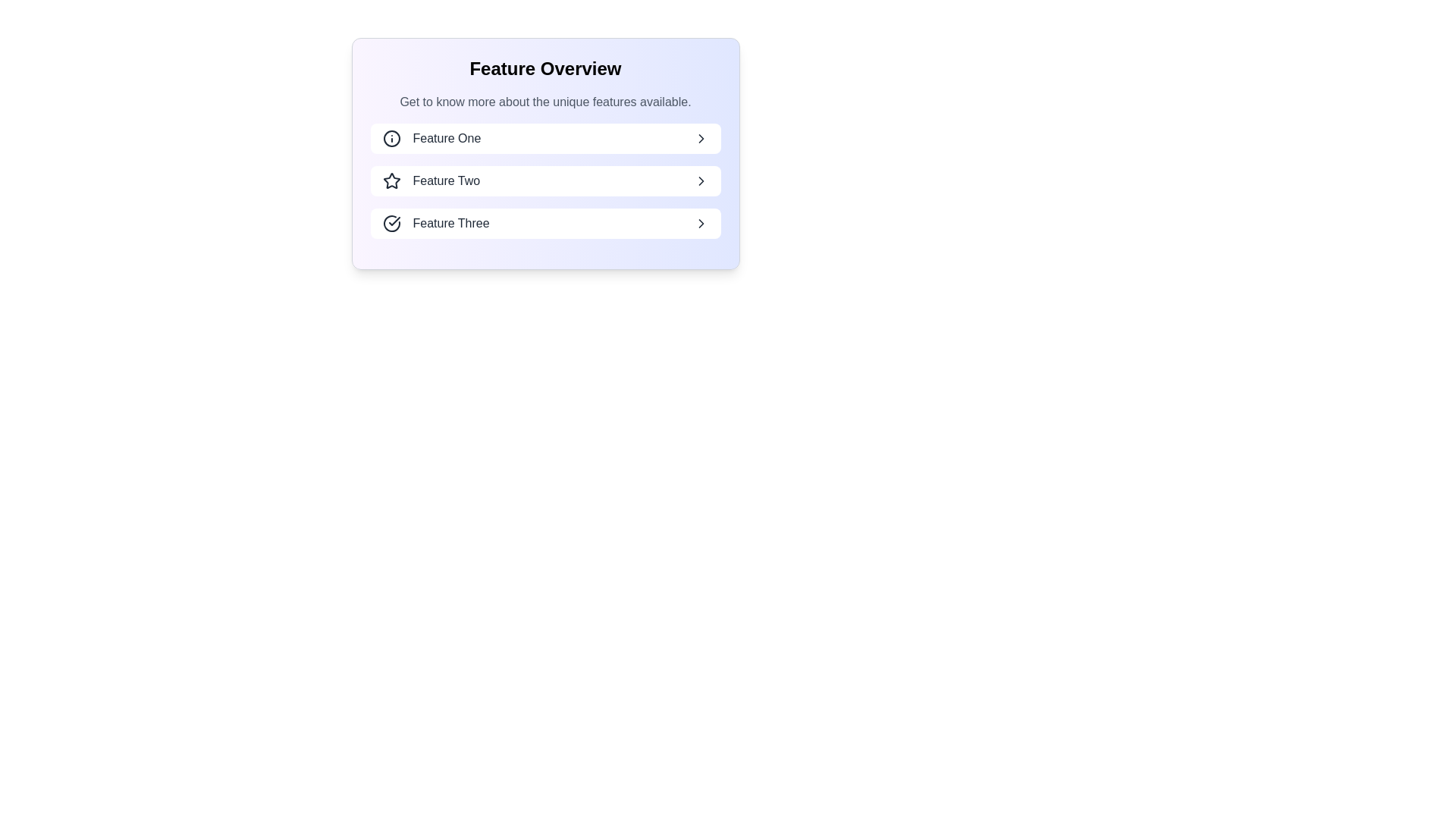 Image resolution: width=1456 pixels, height=819 pixels. Describe the element at coordinates (391, 180) in the screenshot. I see `the star icon in the second entry of the 'Feature Overview' list, which is located to the left of the text 'Feature Two'` at that location.